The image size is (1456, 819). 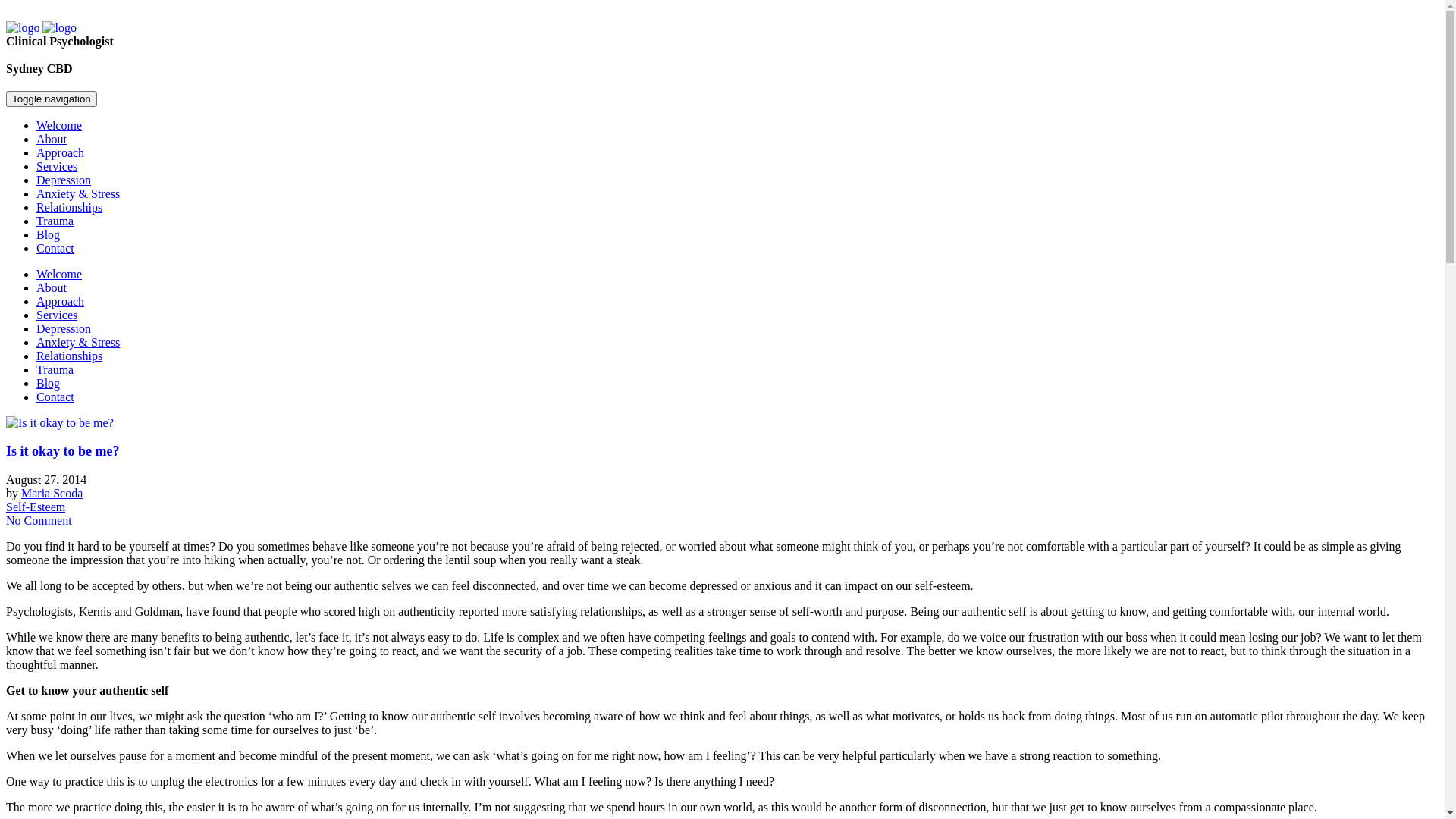 What do you see at coordinates (36, 507) in the screenshot?
I see `'Self-Esteem'` at bounding box center [36, 507].